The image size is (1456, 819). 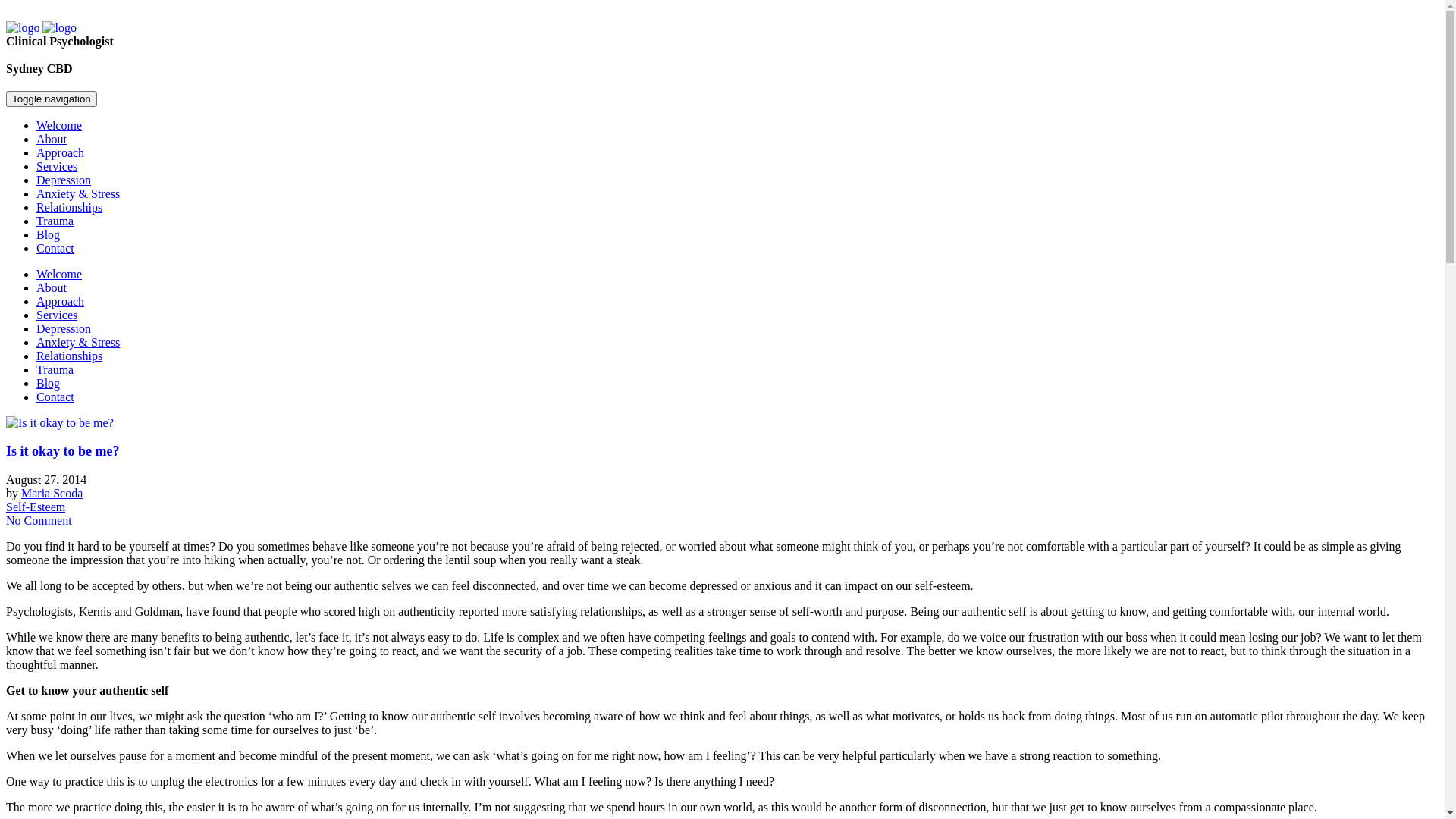 What do you see at coordinates (36, 507) in the screenshot?
I see `'Self-Esteem'` at bounding box center [36, 507].